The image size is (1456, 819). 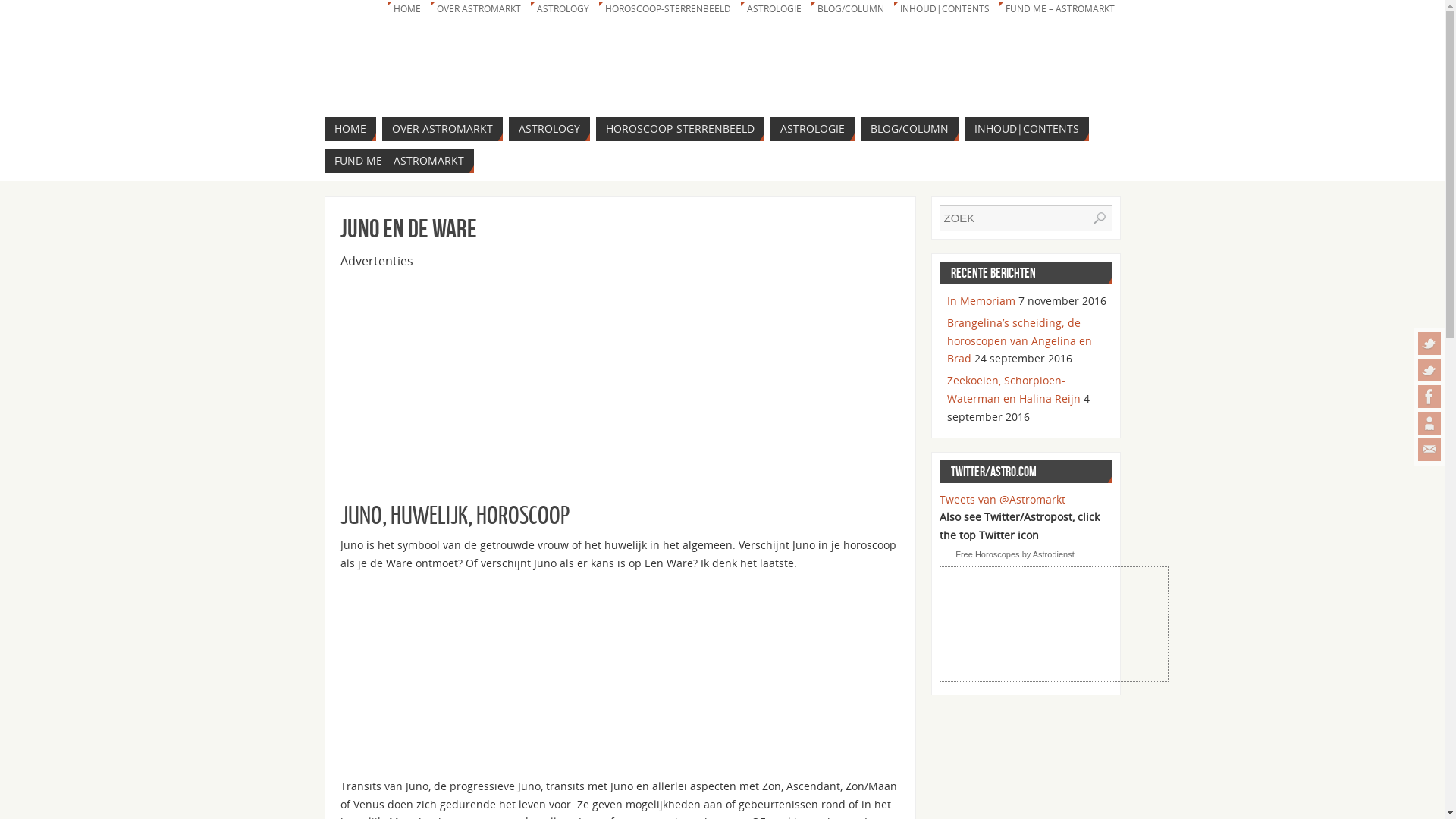 What do you see at coordinates (1015, 554) in the screenshot?
I see `'Free Horoscopes by Astrodienst'` at bounding box center [1015, 554].